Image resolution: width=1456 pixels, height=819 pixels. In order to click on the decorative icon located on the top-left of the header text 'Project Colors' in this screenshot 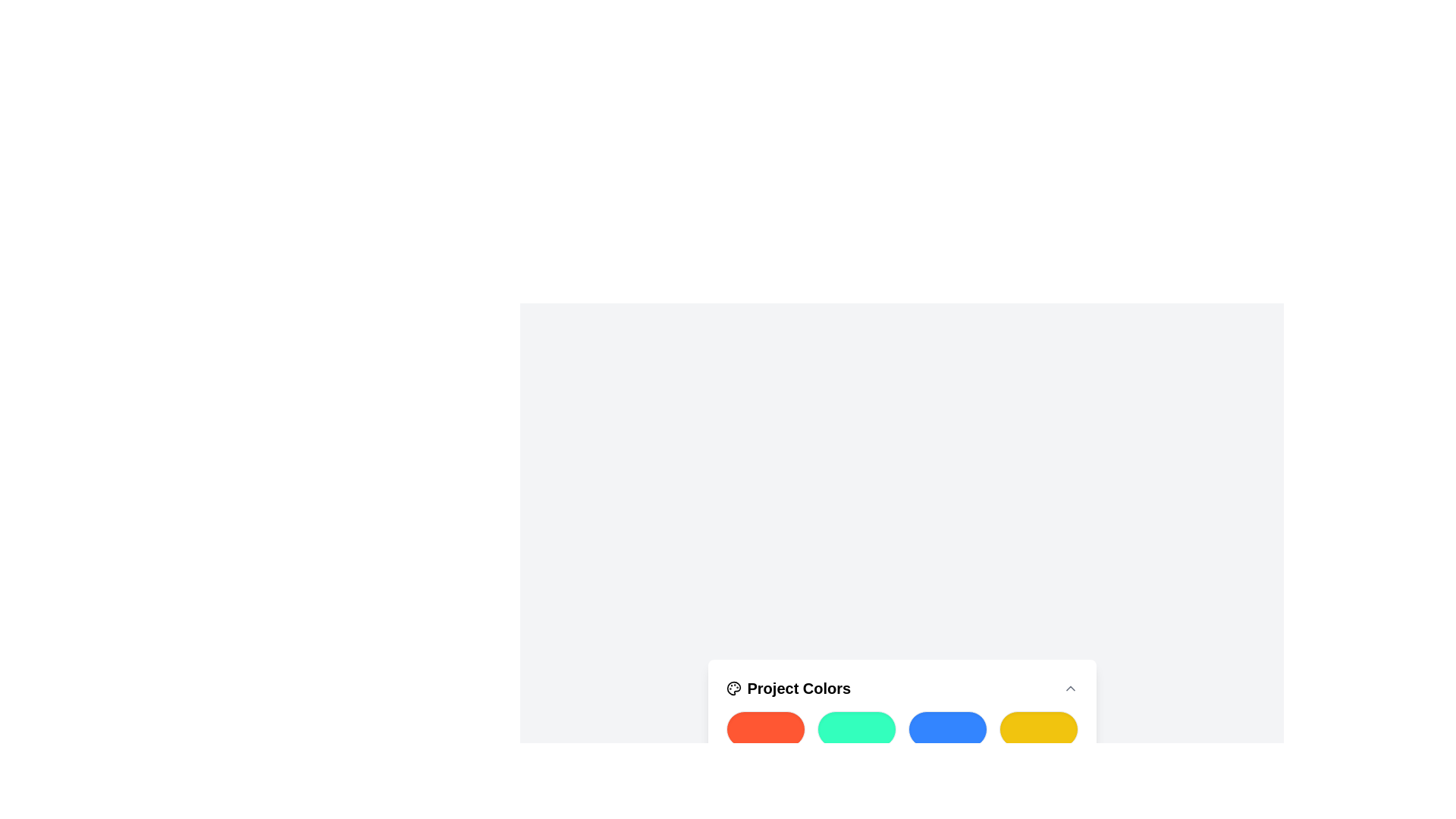, I will do `click(733, 688)`.